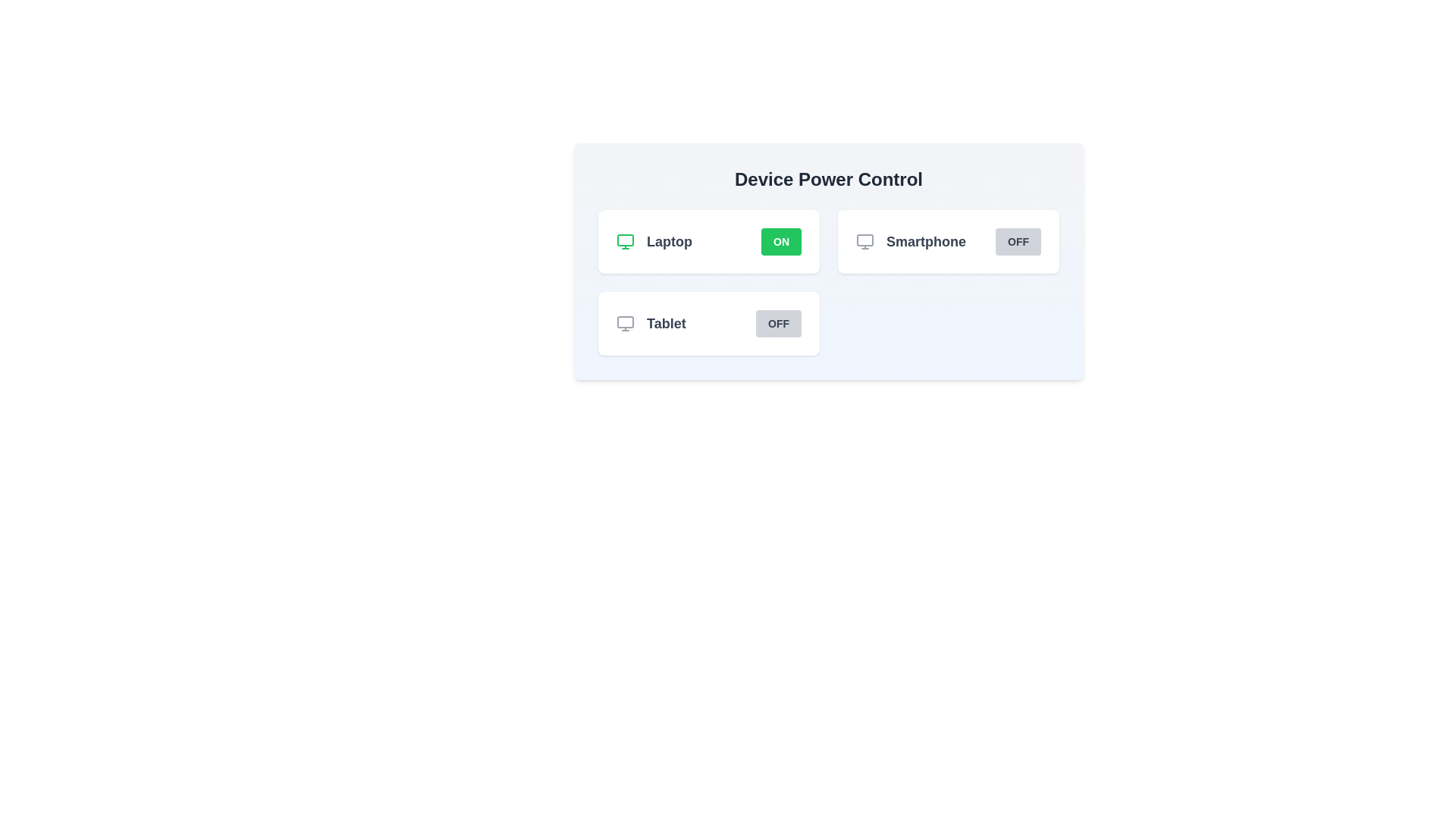 The image size is (1456, 819). I want to click on the text 'Device Power Control' for copying or inspection, so click(828, 178).